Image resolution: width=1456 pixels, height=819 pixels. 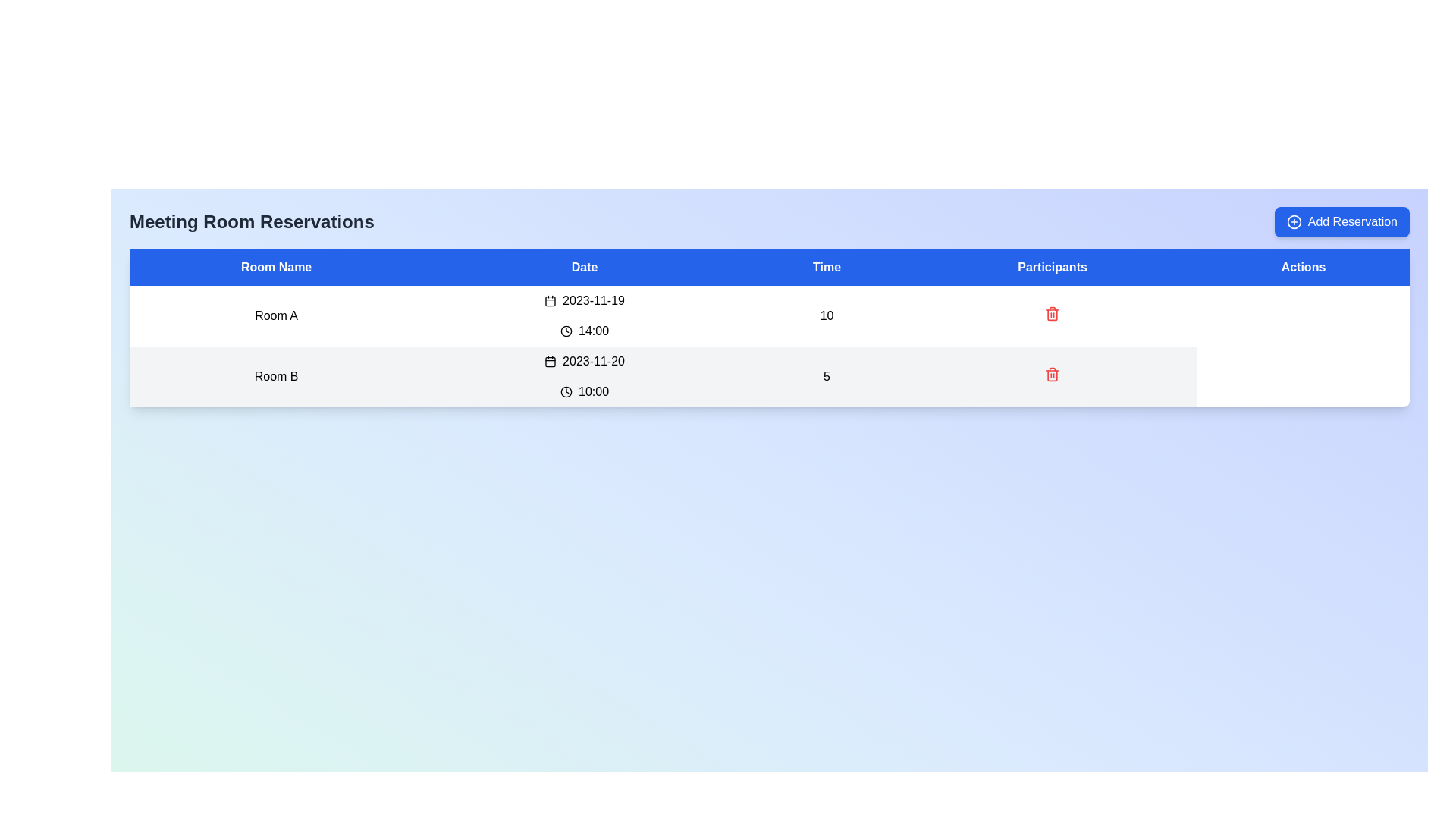 I want to click on the decorative icon within the 'Add Reservation' button located in the top-right corner of the interface, so click(x=1293, y=222).